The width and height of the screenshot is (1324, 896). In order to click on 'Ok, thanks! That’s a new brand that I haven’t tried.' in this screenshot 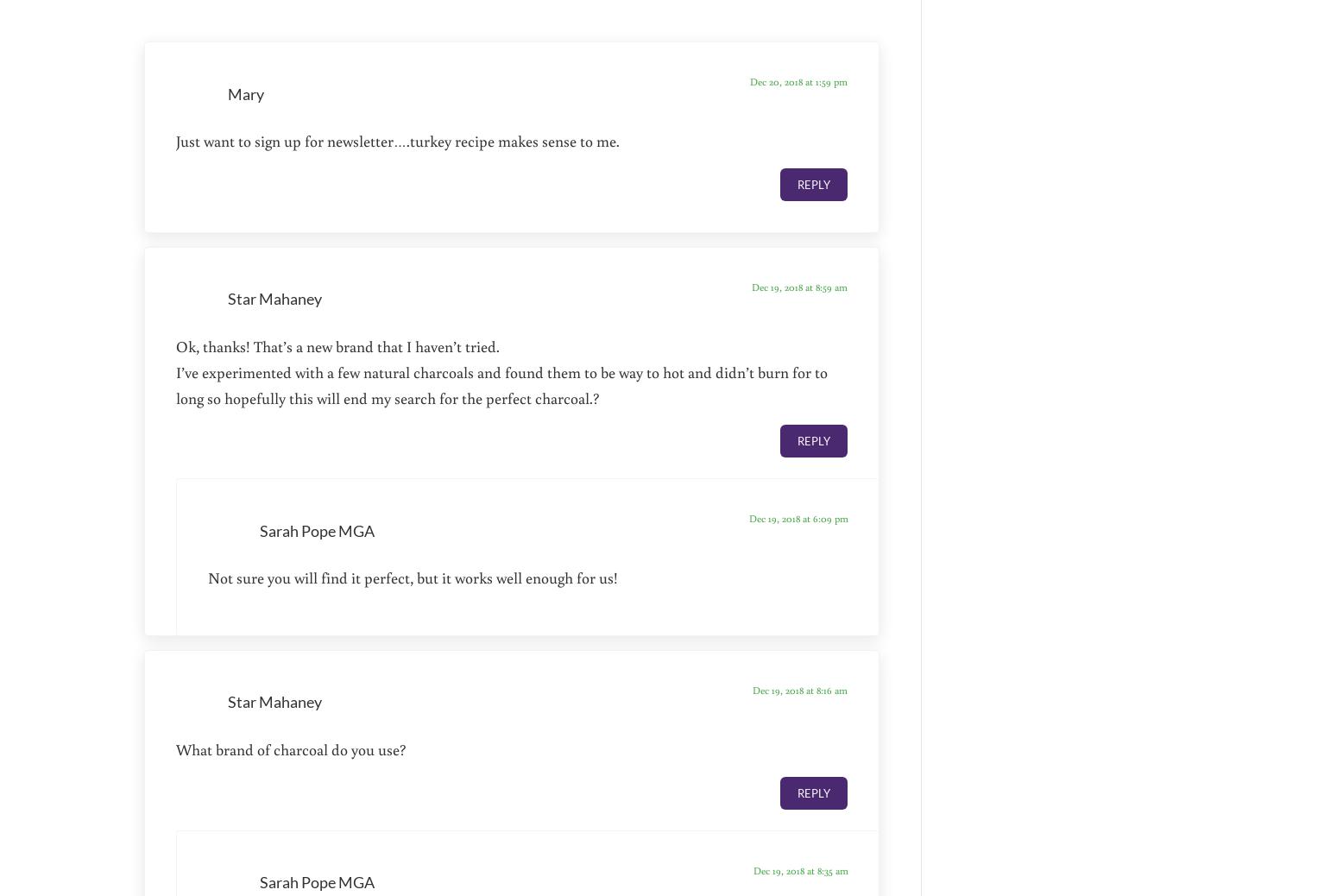, I will do `click(337, 345)`.